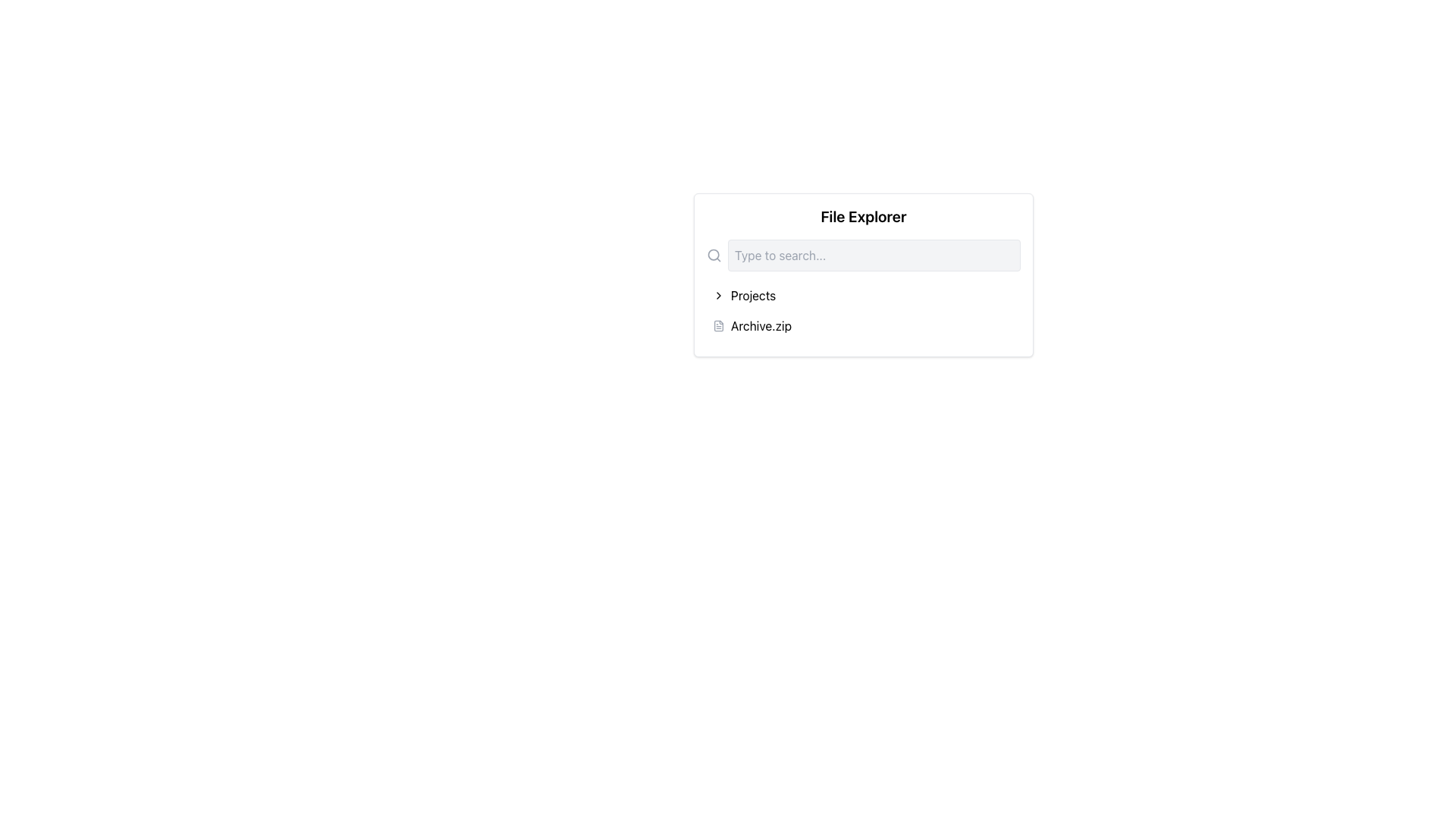 Image resolution: width=1456 pixels, height=819 pixels. Describe the element at coordinates (713, 254) in the screenshot. I see `the search icon located to the left of the search text input field in the top-center of the 'File Explorer' panel` at that location.